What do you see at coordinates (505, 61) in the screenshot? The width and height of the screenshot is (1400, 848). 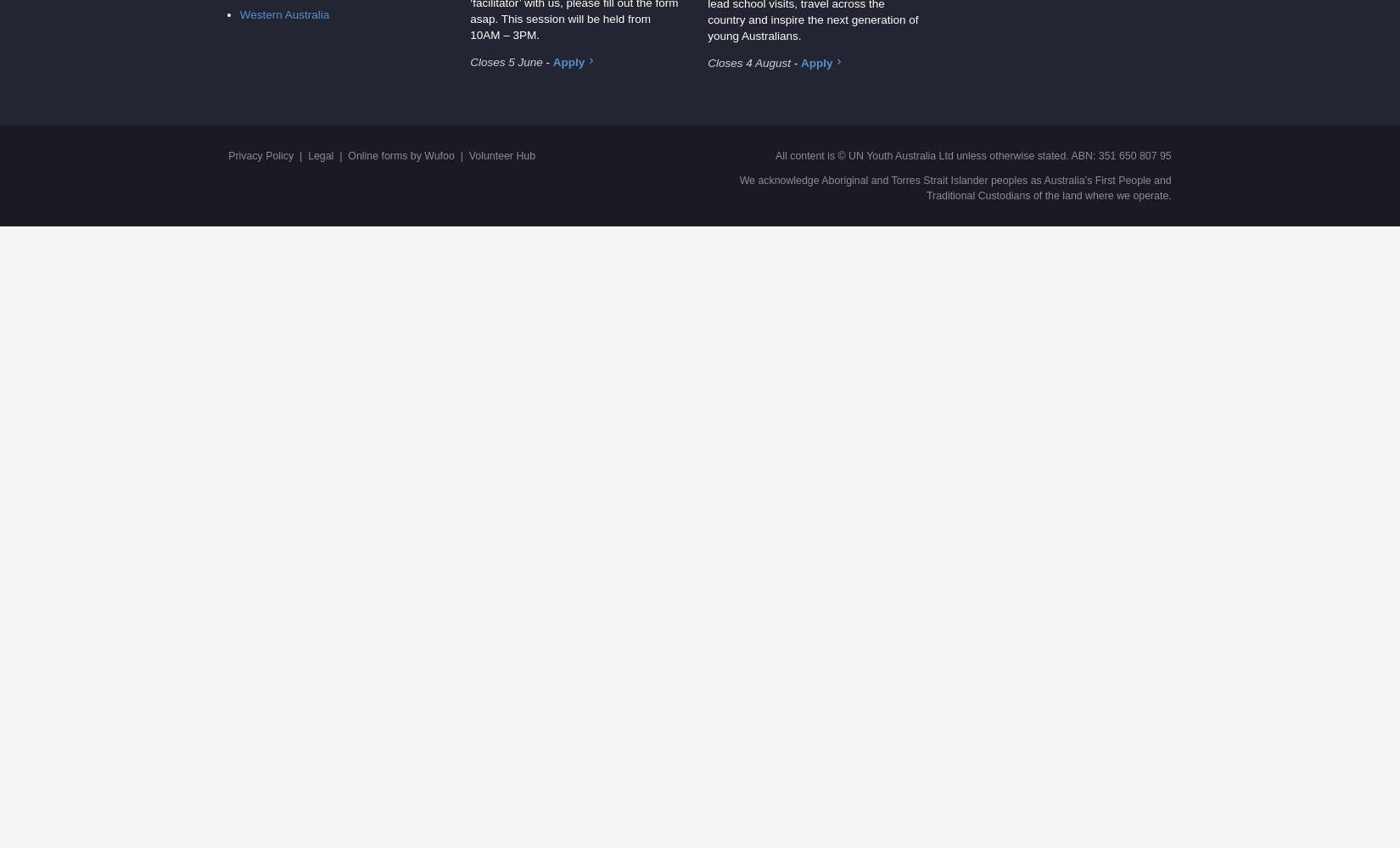 I see `'Closes 5 June'` at bounding box center [505, 61].